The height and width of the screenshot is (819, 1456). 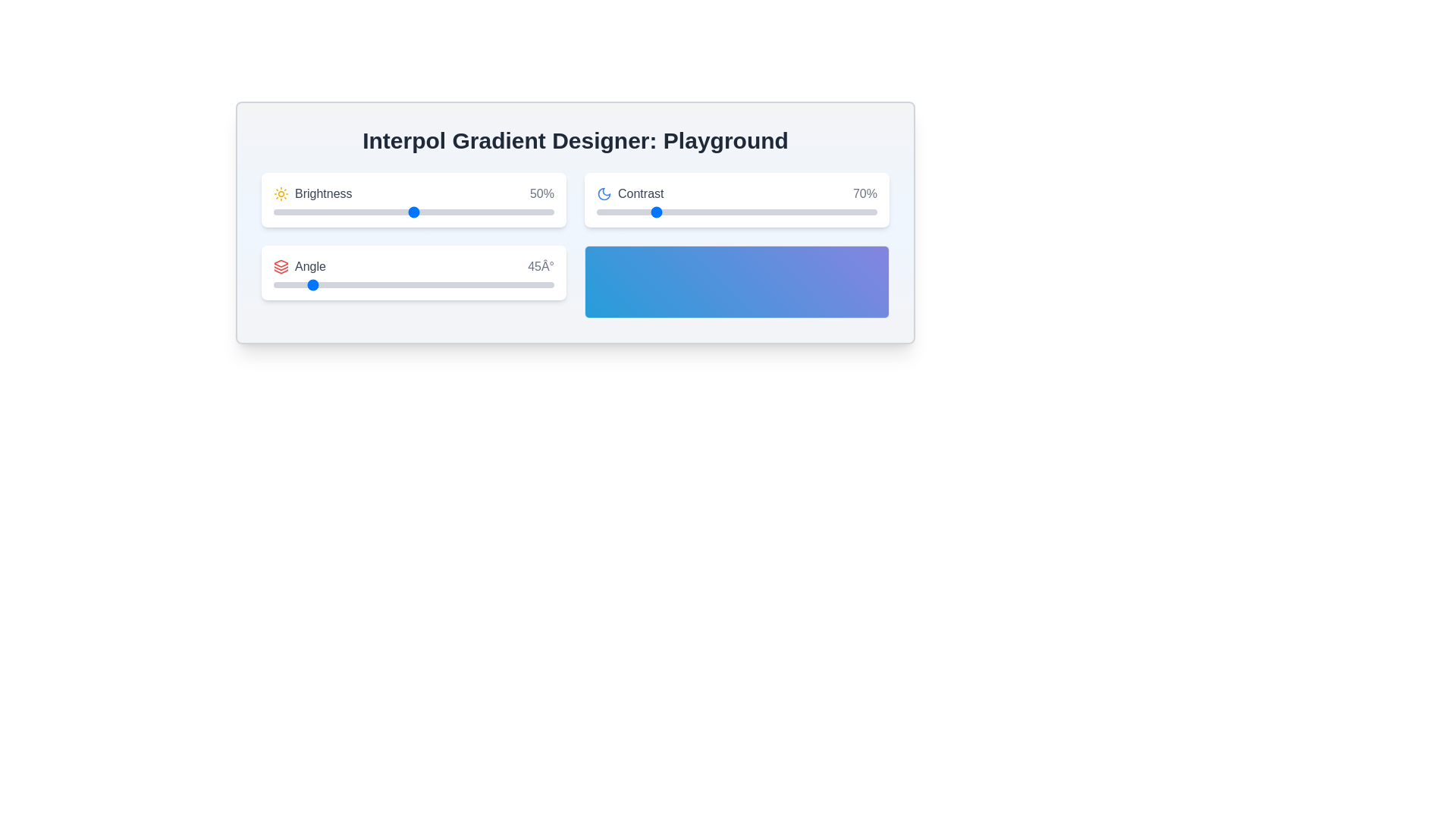 I want to click on the blue moon-shaped icon in line art style located to the left of the 'Contrast' label in the settings section, so click(x=603, y=193).